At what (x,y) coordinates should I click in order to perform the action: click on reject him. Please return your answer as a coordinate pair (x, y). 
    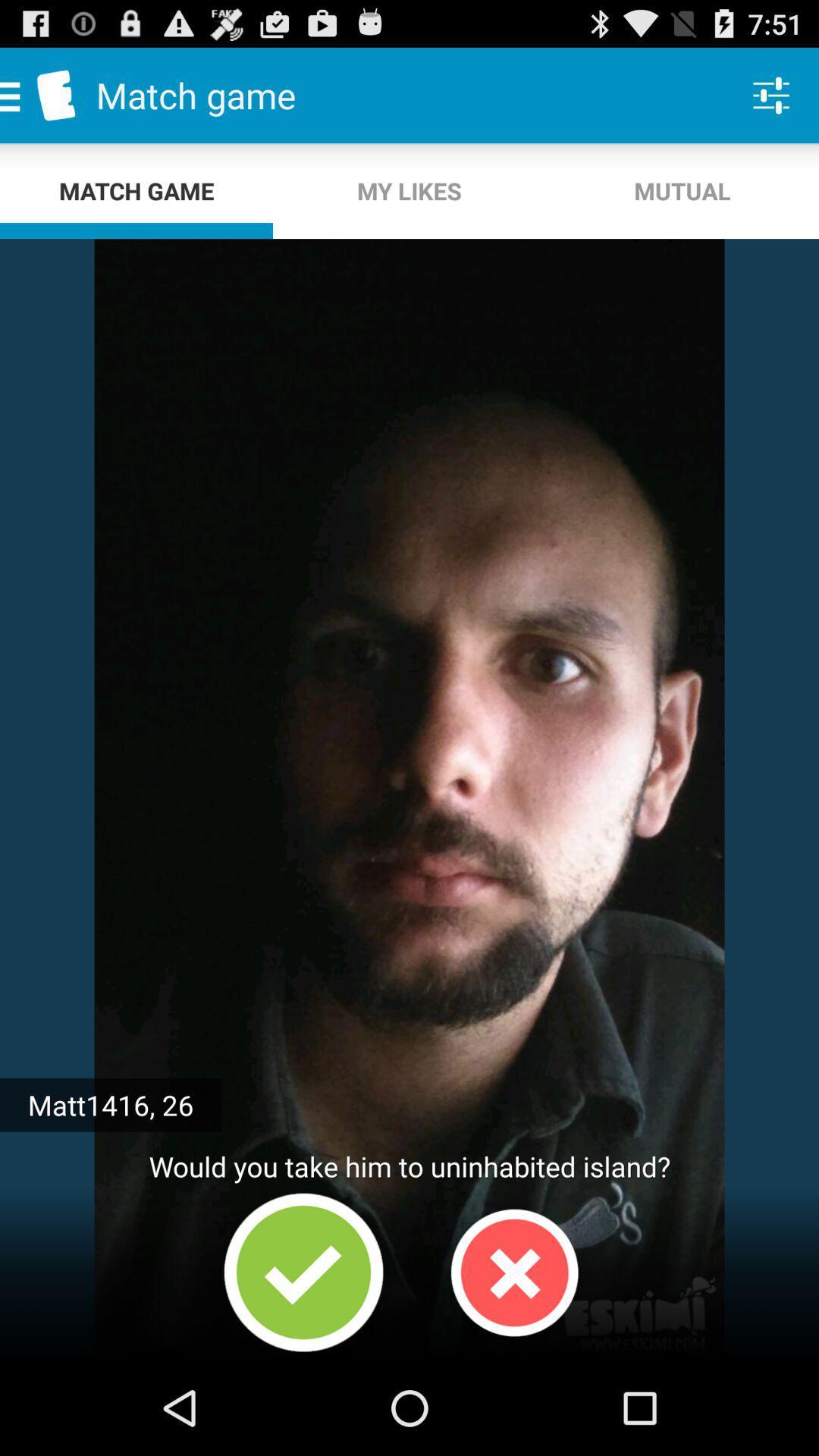
    Looking at the image, I should click on (513, 1272).